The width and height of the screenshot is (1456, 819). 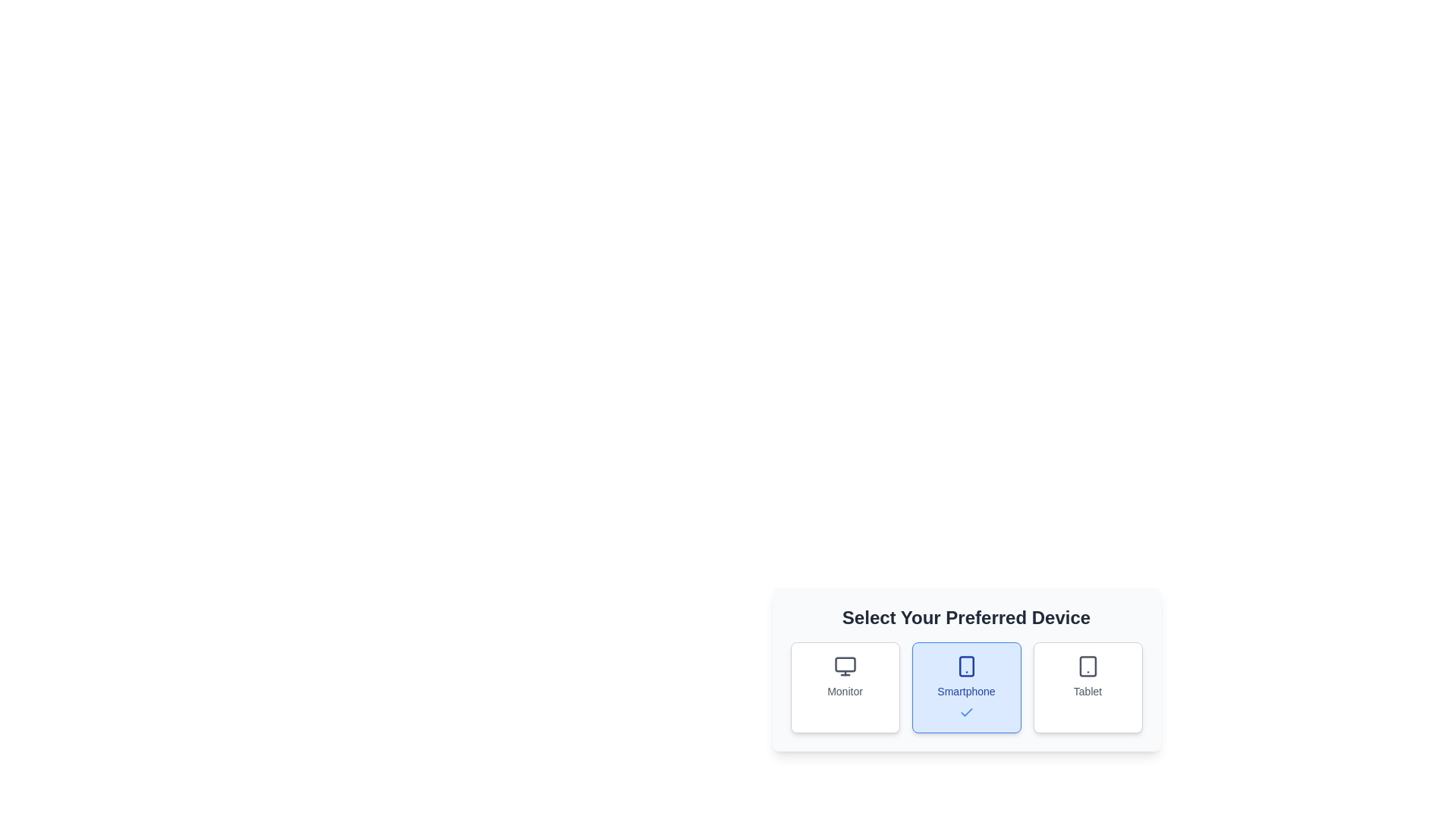 I want to click on the state of the checkmark icon indicating the selection of the 'Smartphone' option in the interface, located at the bottom of the 'Smartphone' card, so click(x=965, y=713).